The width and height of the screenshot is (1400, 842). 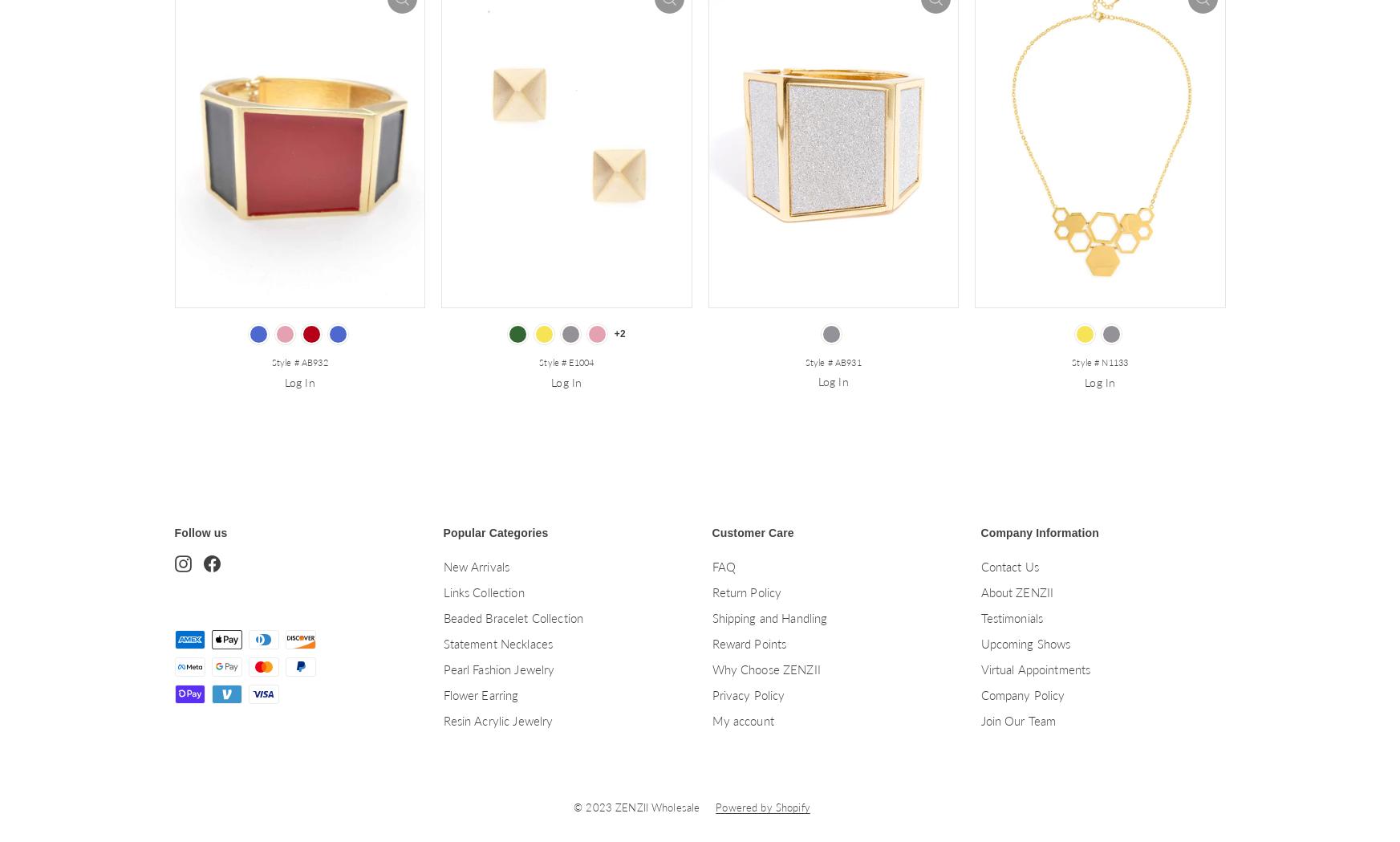 I want to click on 'Beaded Bracelet Collection', so click(x=512, y=617).